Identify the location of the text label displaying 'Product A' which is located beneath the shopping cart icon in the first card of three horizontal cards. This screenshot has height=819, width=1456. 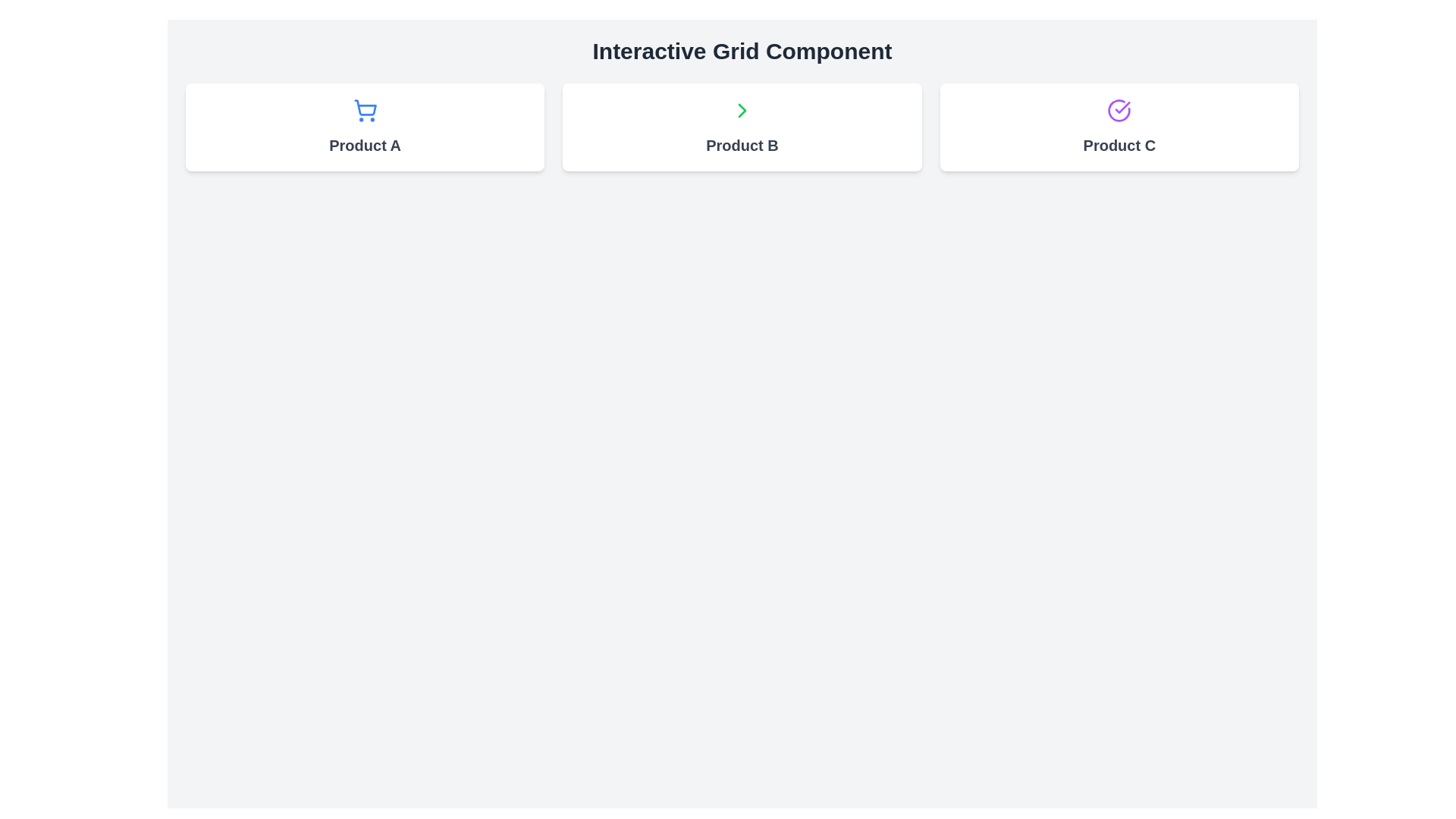
(365, 146).